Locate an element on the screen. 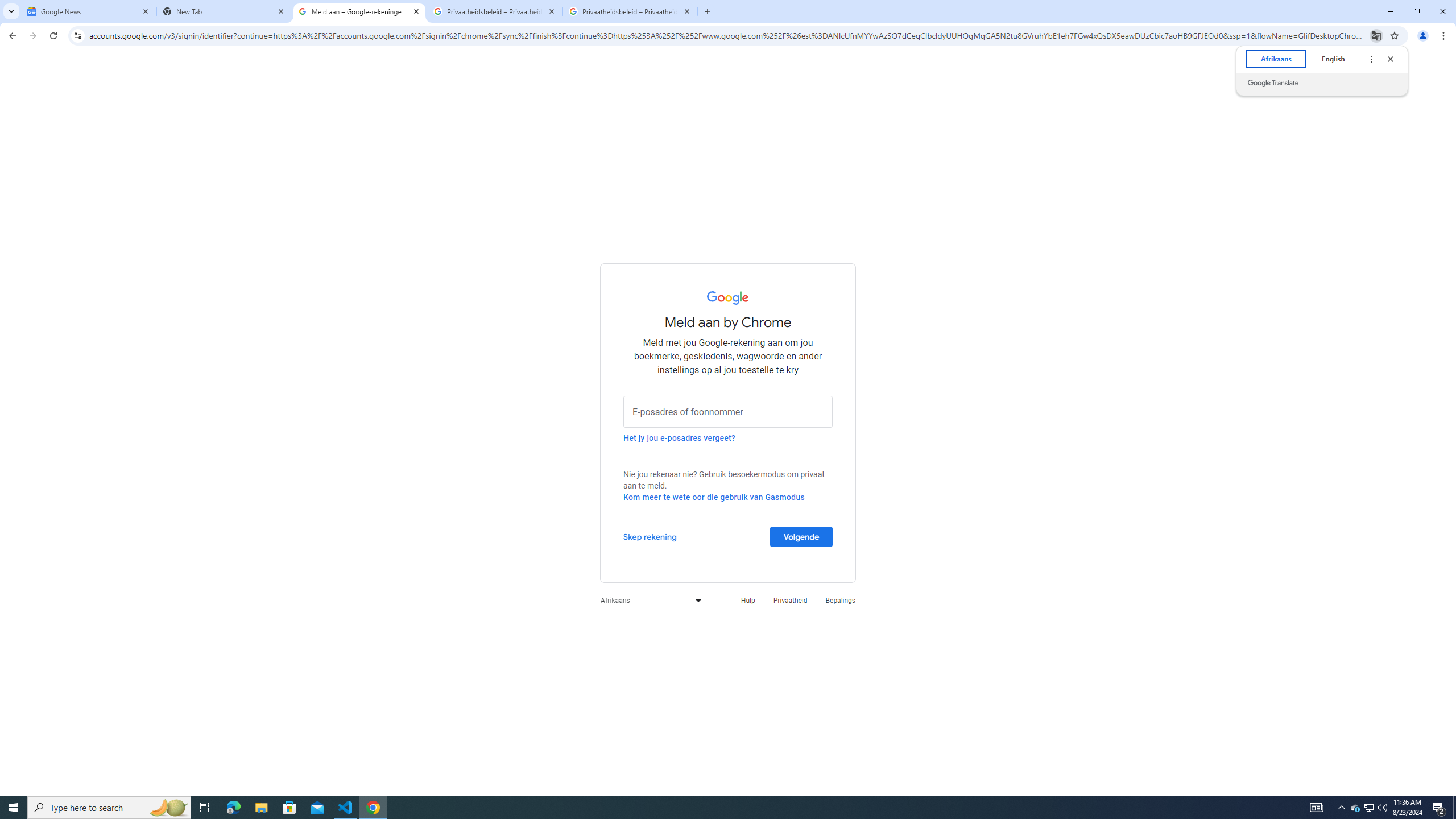 The height and width of the screenshot is (819, 1456). 'Microsoft Store' is located at coordinates (289, 806).